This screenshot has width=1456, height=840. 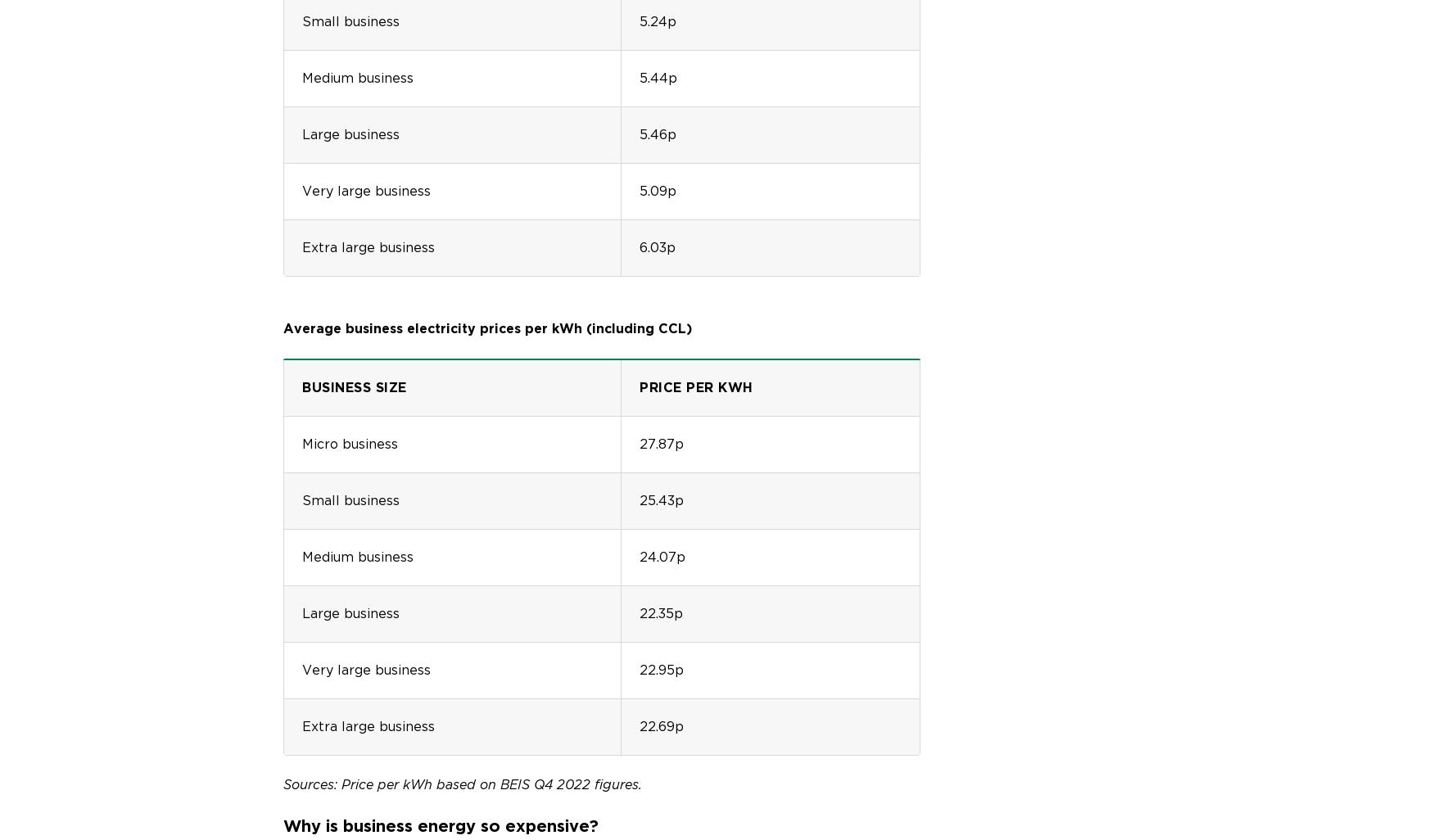 What do you see at coordinates (658, 133) in the screenshot?
I see `'5.46p'` at bounding box center [658, 133].